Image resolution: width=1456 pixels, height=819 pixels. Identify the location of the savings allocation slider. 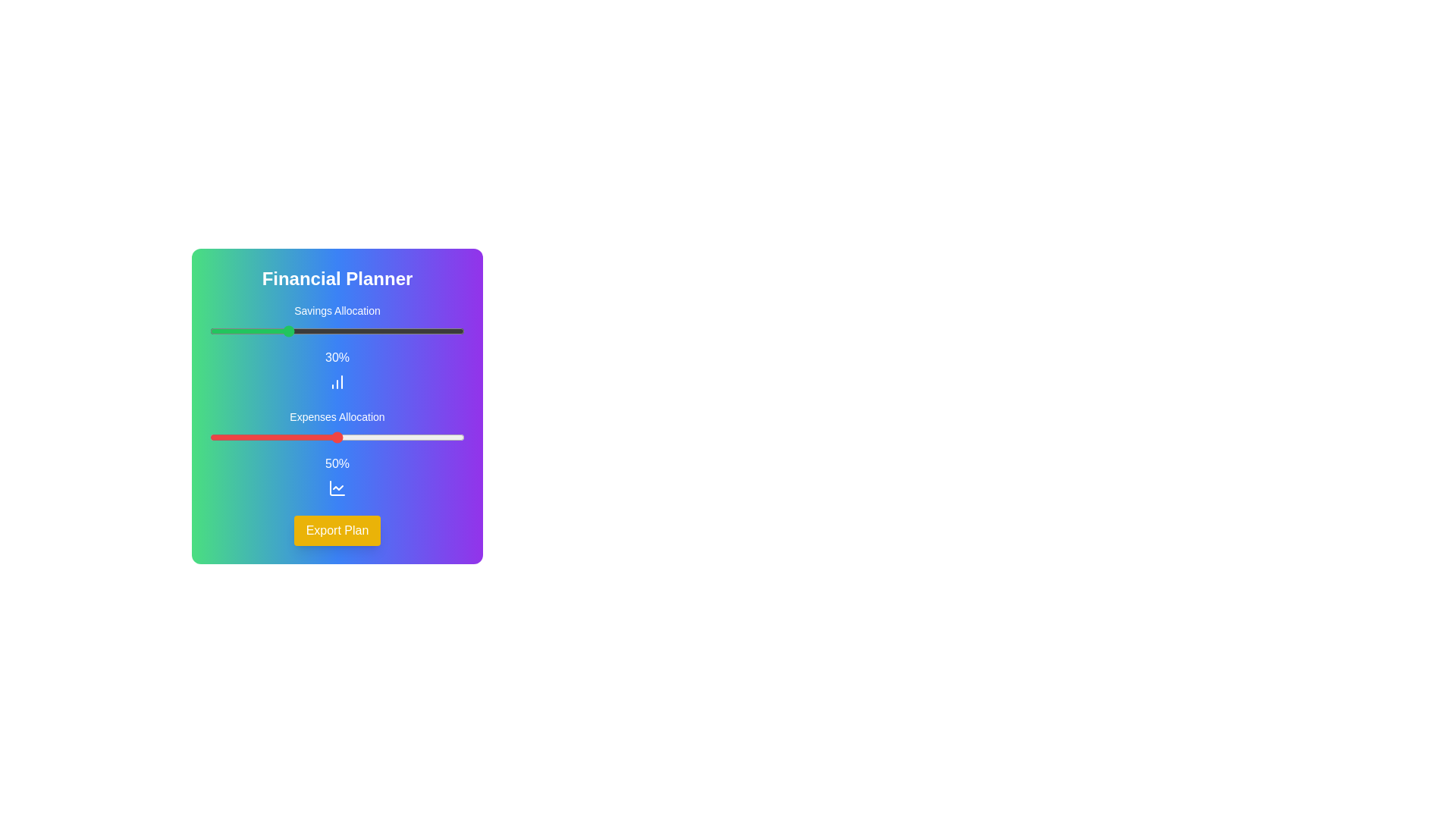
(400, 330).